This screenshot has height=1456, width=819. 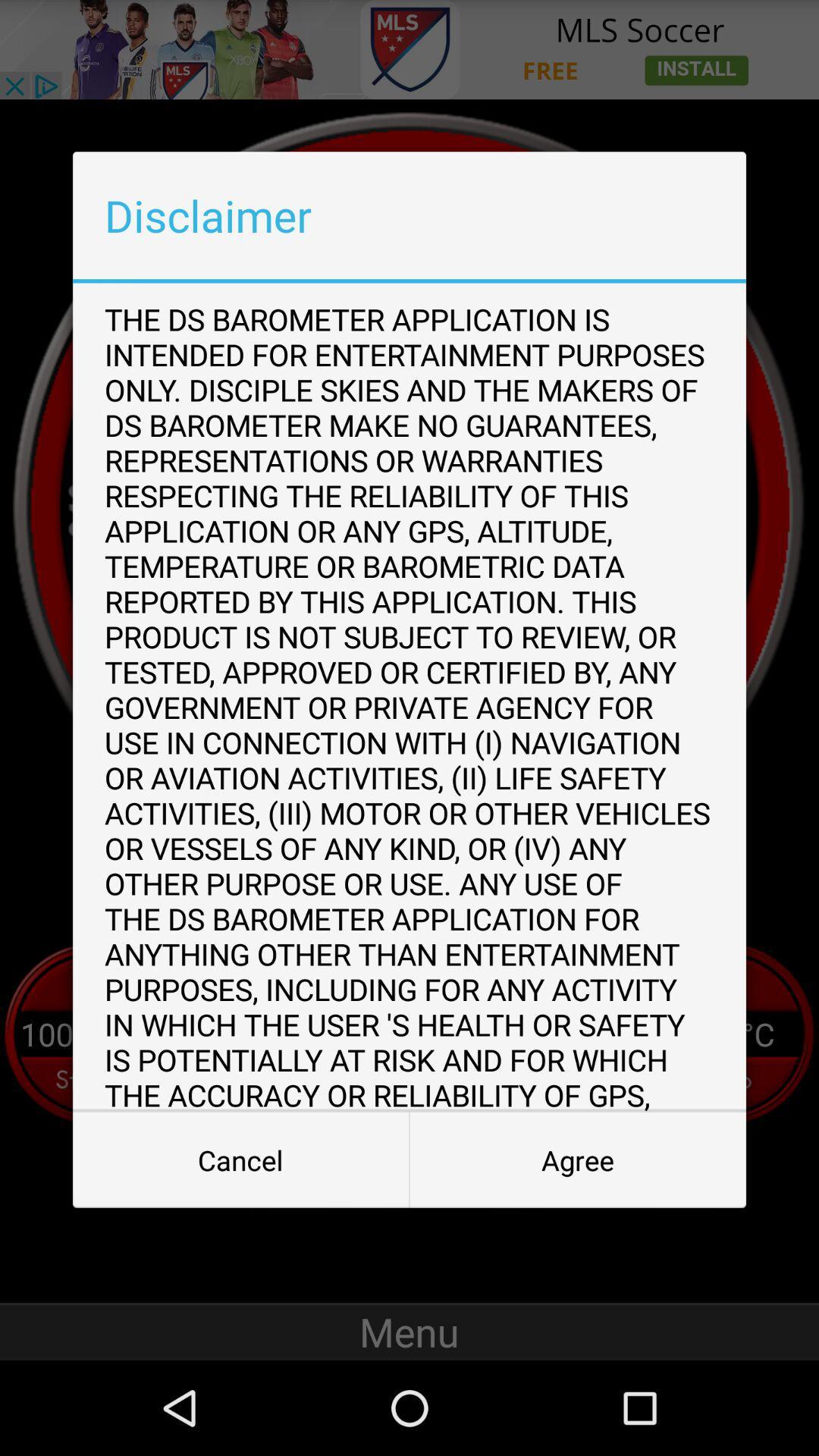 I want to click on button next to agree button, so click(x=240, y=1159).